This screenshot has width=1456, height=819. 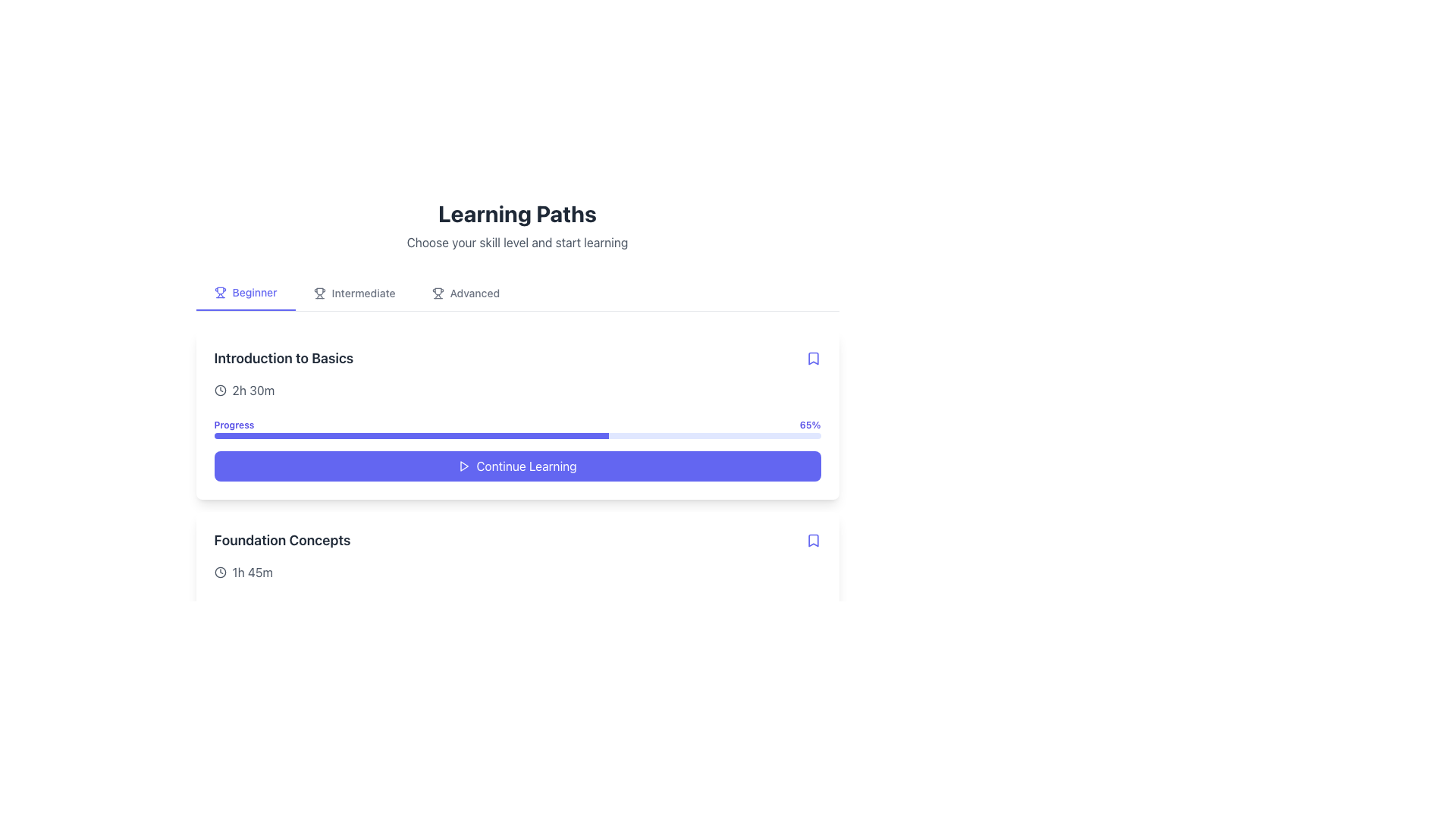 I want to click on the progress bar titled 'Progress' which shows '65%', so click(x=517, y=425).